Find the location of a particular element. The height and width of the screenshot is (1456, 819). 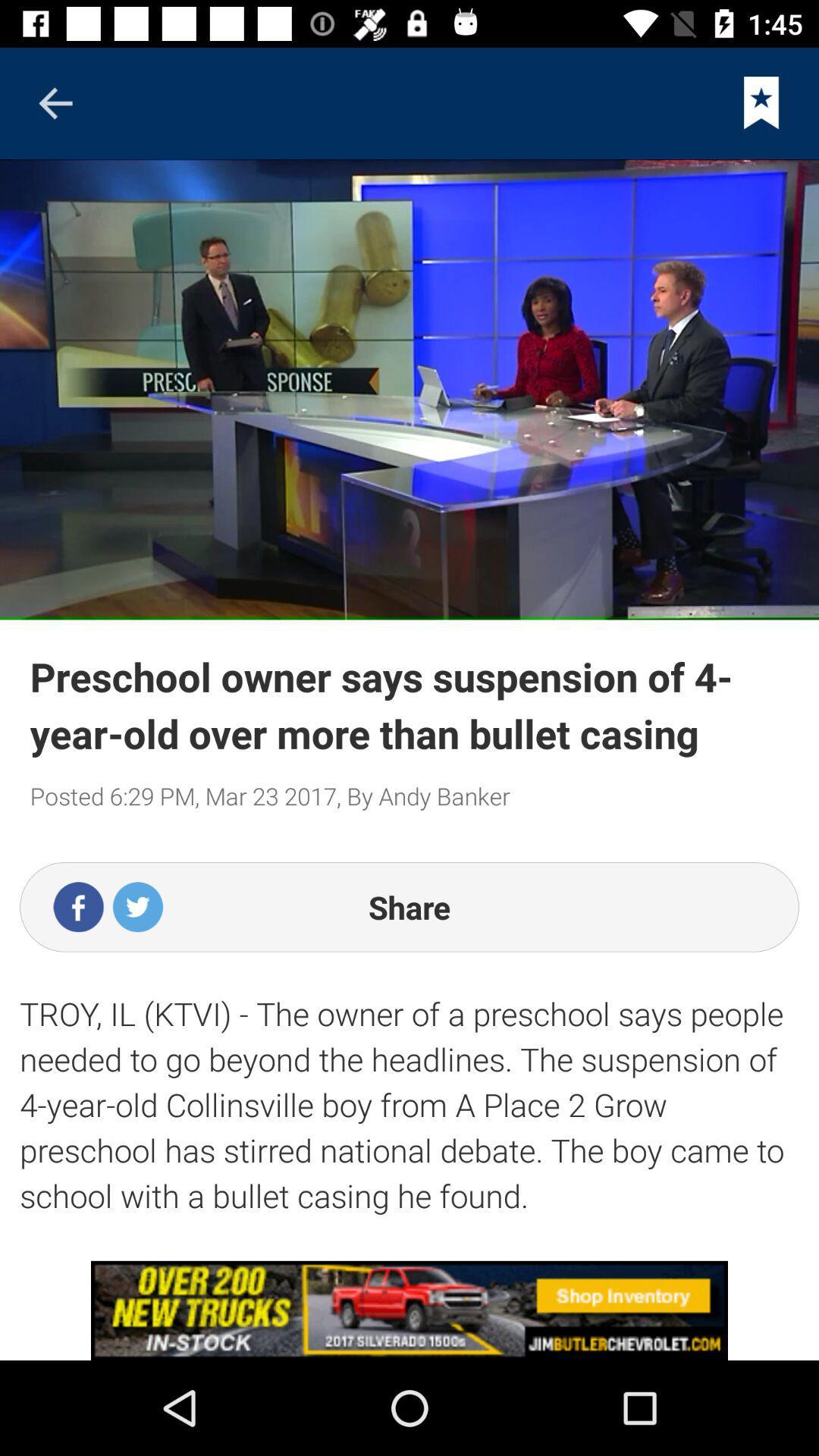

the bookmark icon is located at coordinates (761, 102).